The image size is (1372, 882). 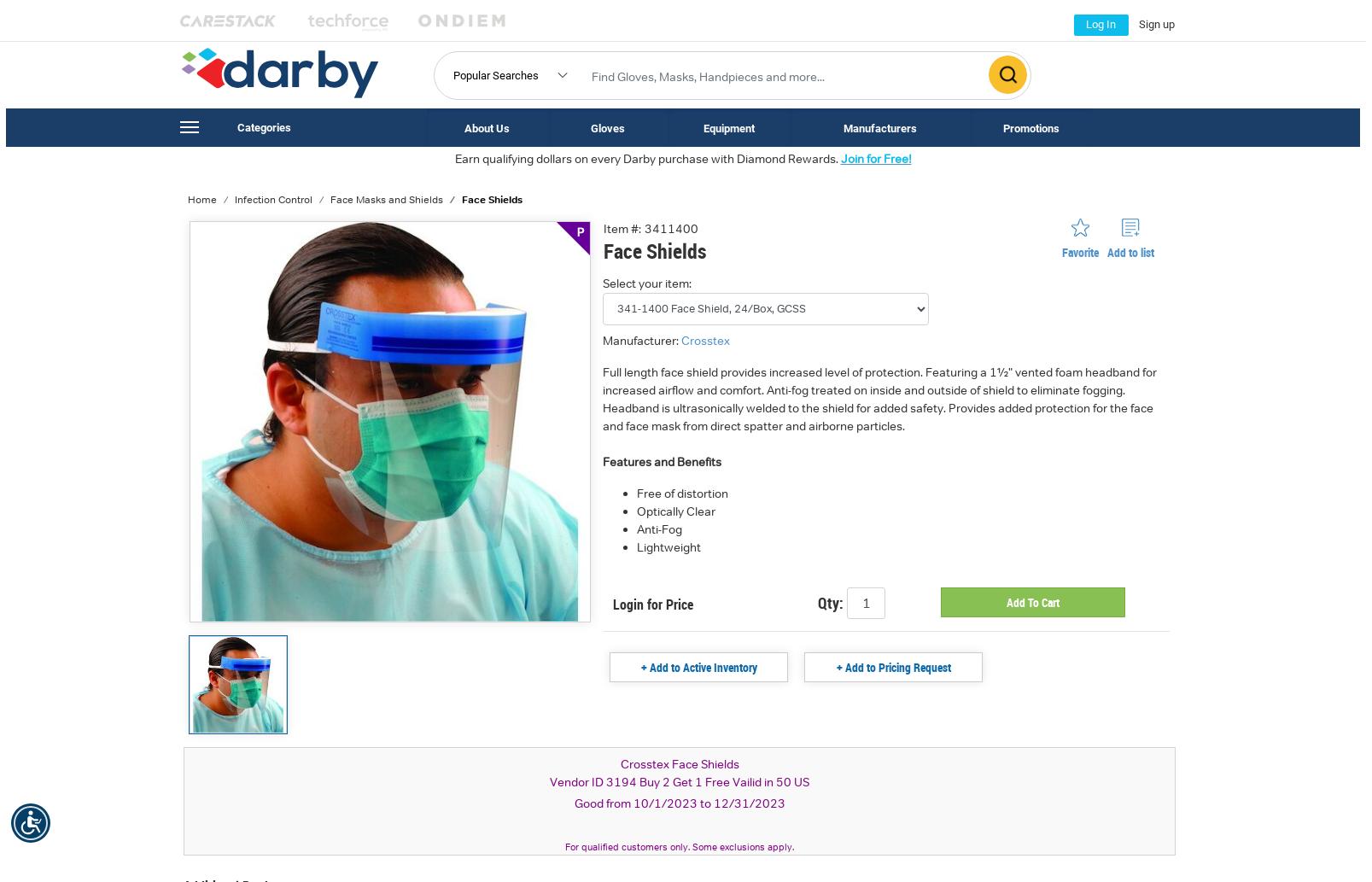 What do you see at coordinates (386, 198) in the screenshot?
I see `'Face Masks and Shields'` at bounding box center [386, 198].